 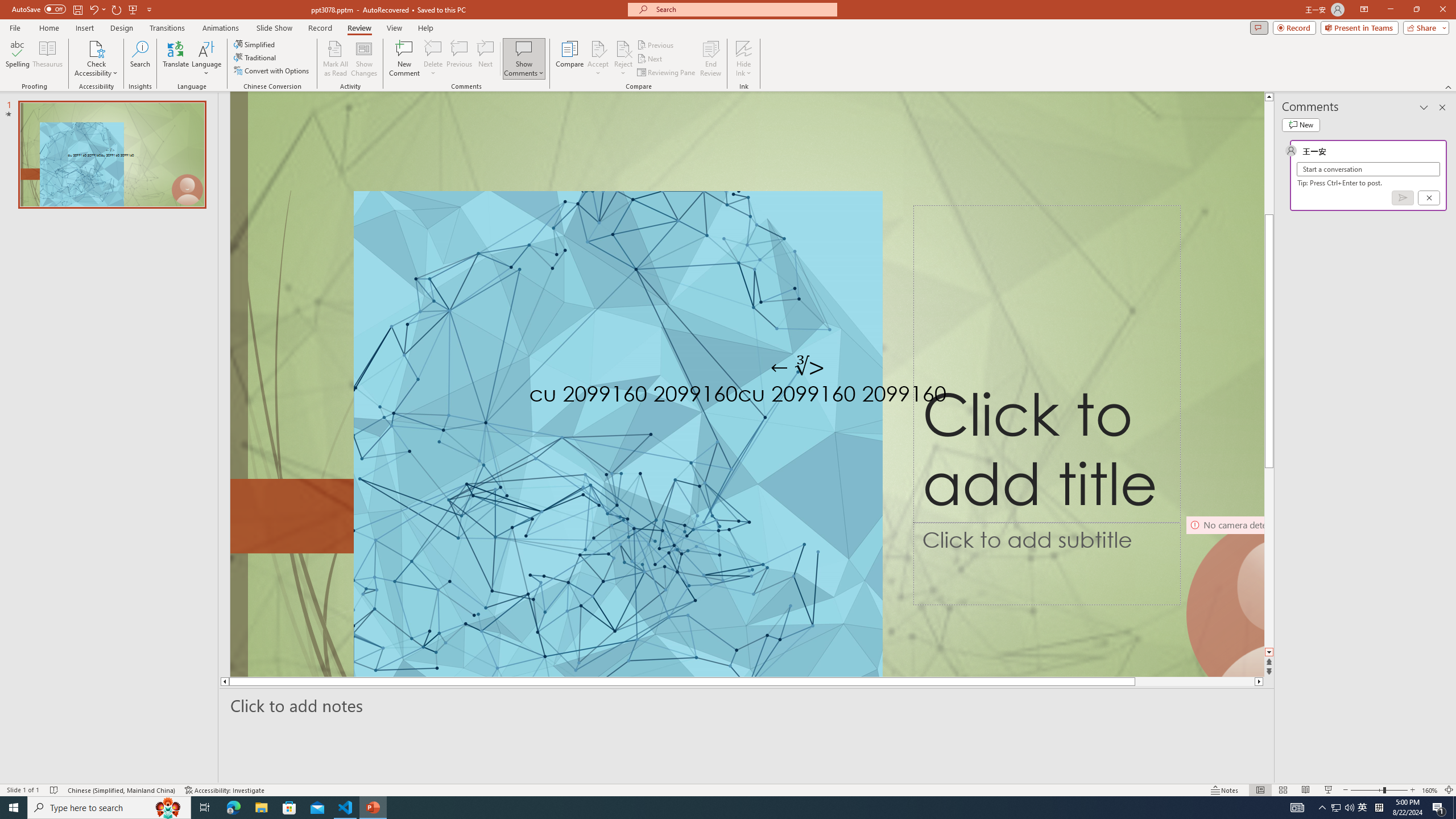 I want to click on 'End Review', so click(x=710, y=59).